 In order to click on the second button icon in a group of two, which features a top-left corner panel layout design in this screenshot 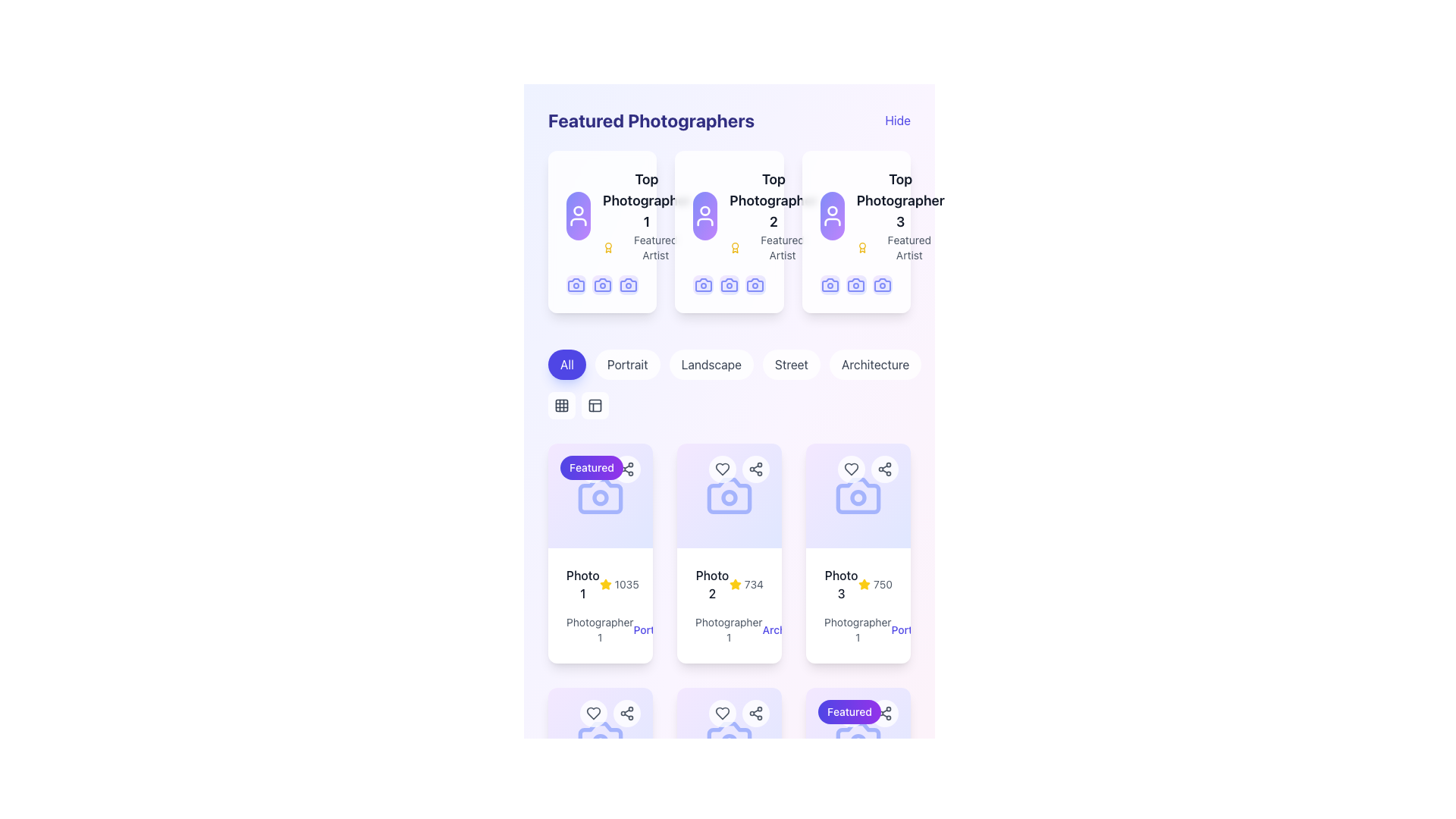, I will do `click(595, 405)`.